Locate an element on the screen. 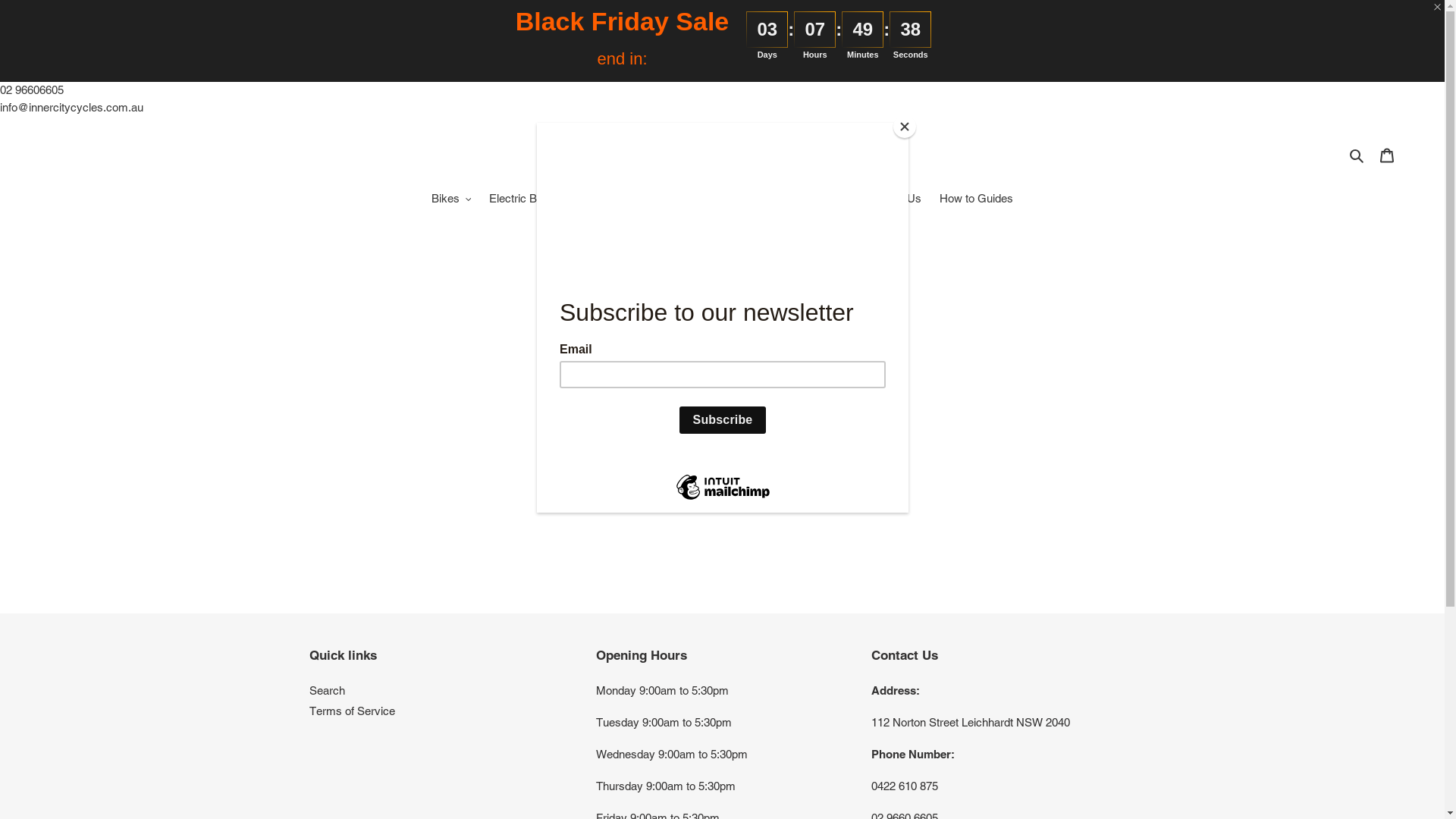 The height and width of the screenshot is (819, 1456). 'Parts' is located at coordinates (759, 198).